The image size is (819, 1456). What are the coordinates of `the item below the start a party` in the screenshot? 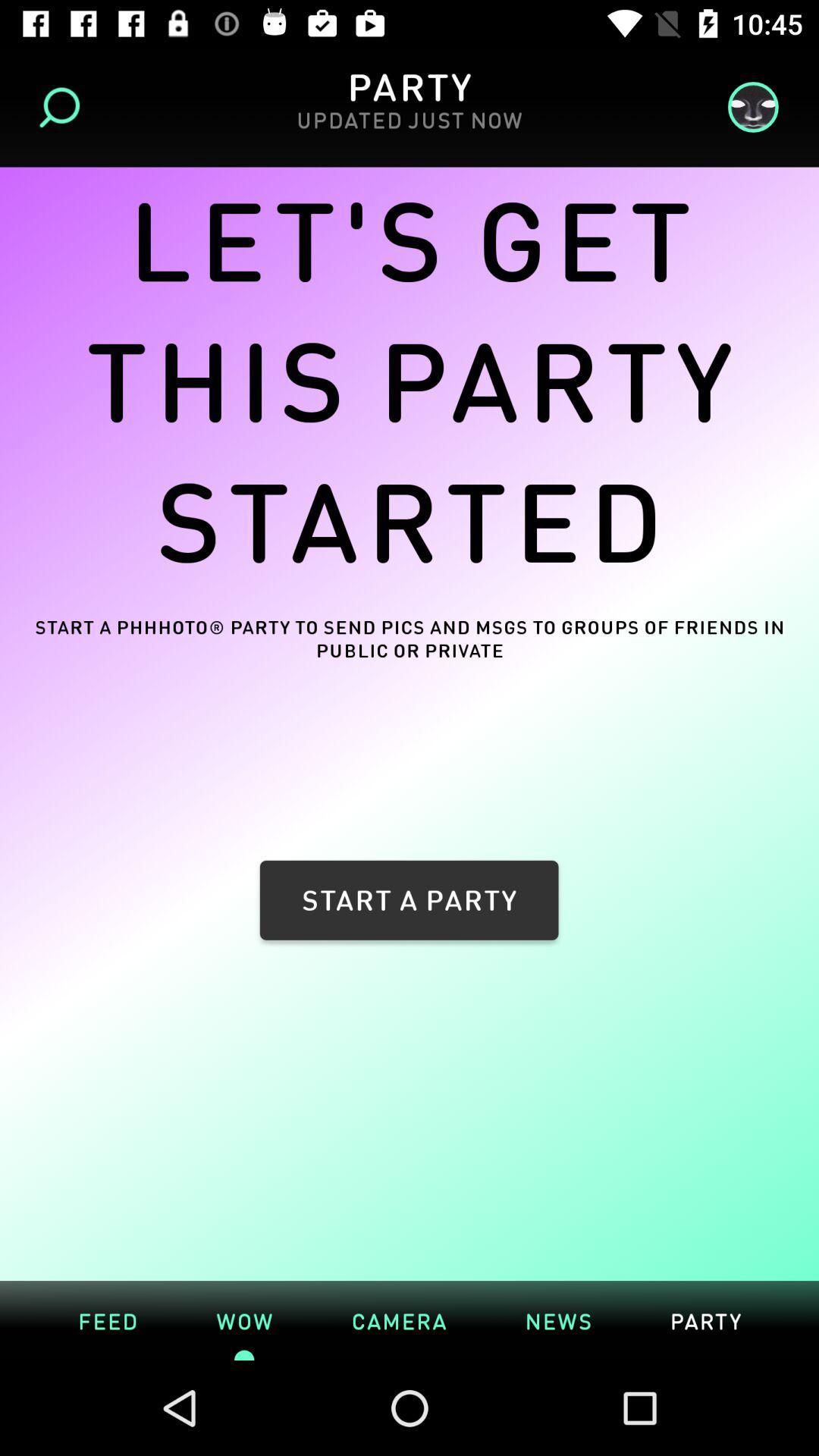 It's located at (558, 1319).